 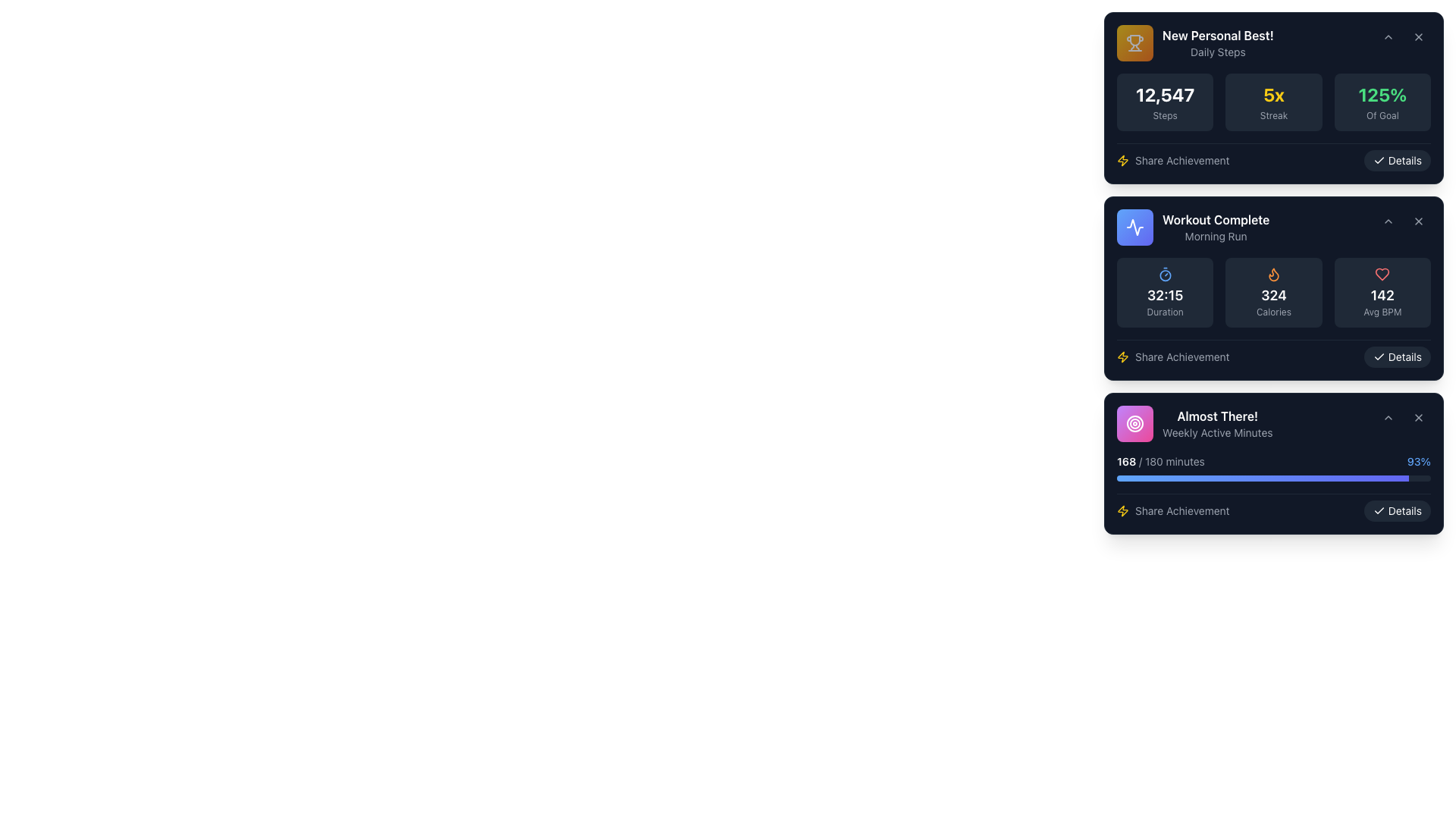 What do you see at coordinates (1194, 424) in the screenshot?
I see `the Label with an icon that displays a motivational message and indicates the user's weekly active minutes progress, located in the upper-left quadrant of the third card in a vertical stack` at bounding box center [1194, 424].